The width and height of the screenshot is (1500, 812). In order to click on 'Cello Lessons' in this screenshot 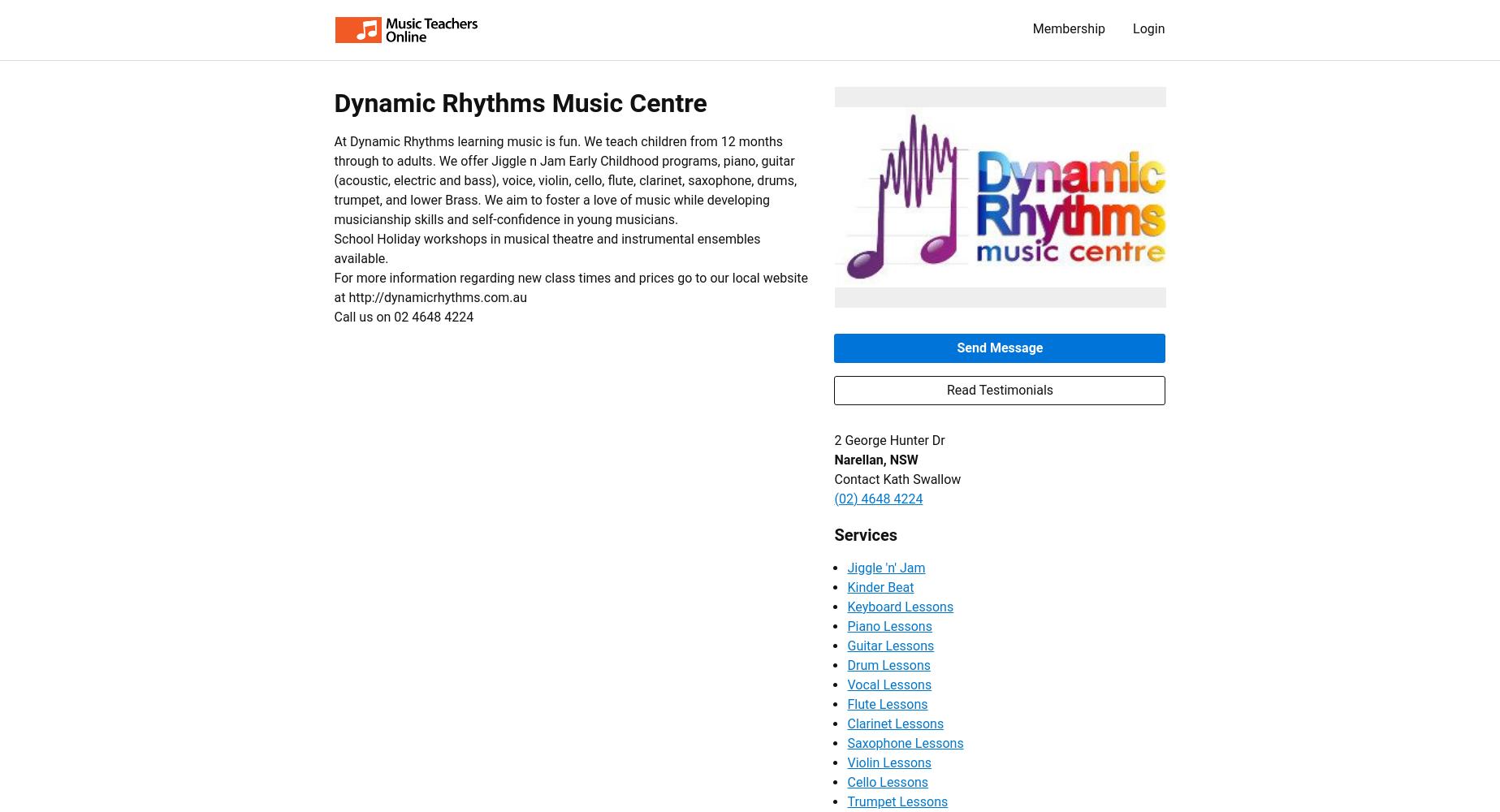, I will do `click(887, 780)`.